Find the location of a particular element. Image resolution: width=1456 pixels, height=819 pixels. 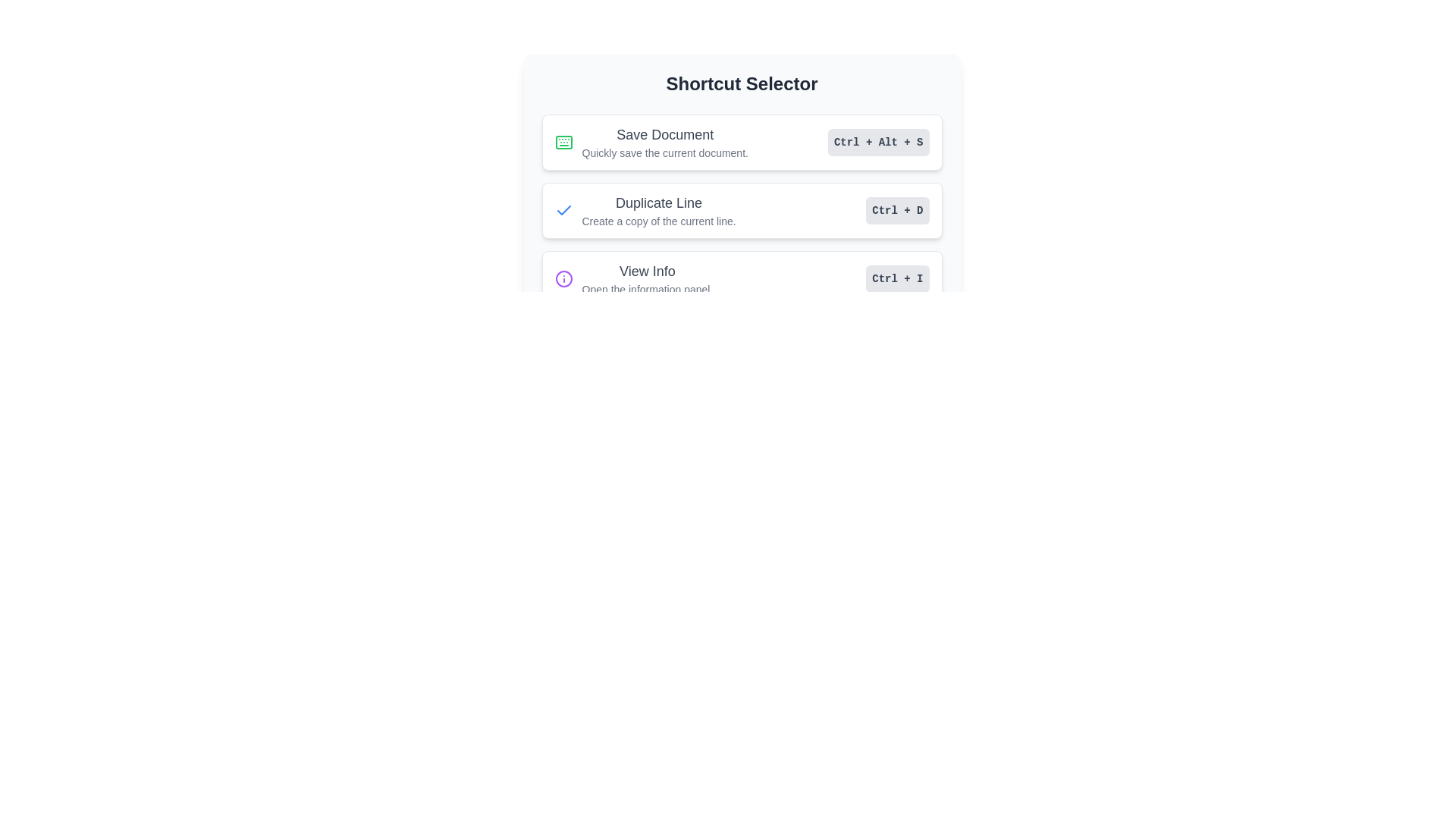

the Information label that describes the 'Save Document' shortcut, which is the first item in the vertically stacked list within the 'Shortcut Selector' interface is located at coordinates (665, 143).